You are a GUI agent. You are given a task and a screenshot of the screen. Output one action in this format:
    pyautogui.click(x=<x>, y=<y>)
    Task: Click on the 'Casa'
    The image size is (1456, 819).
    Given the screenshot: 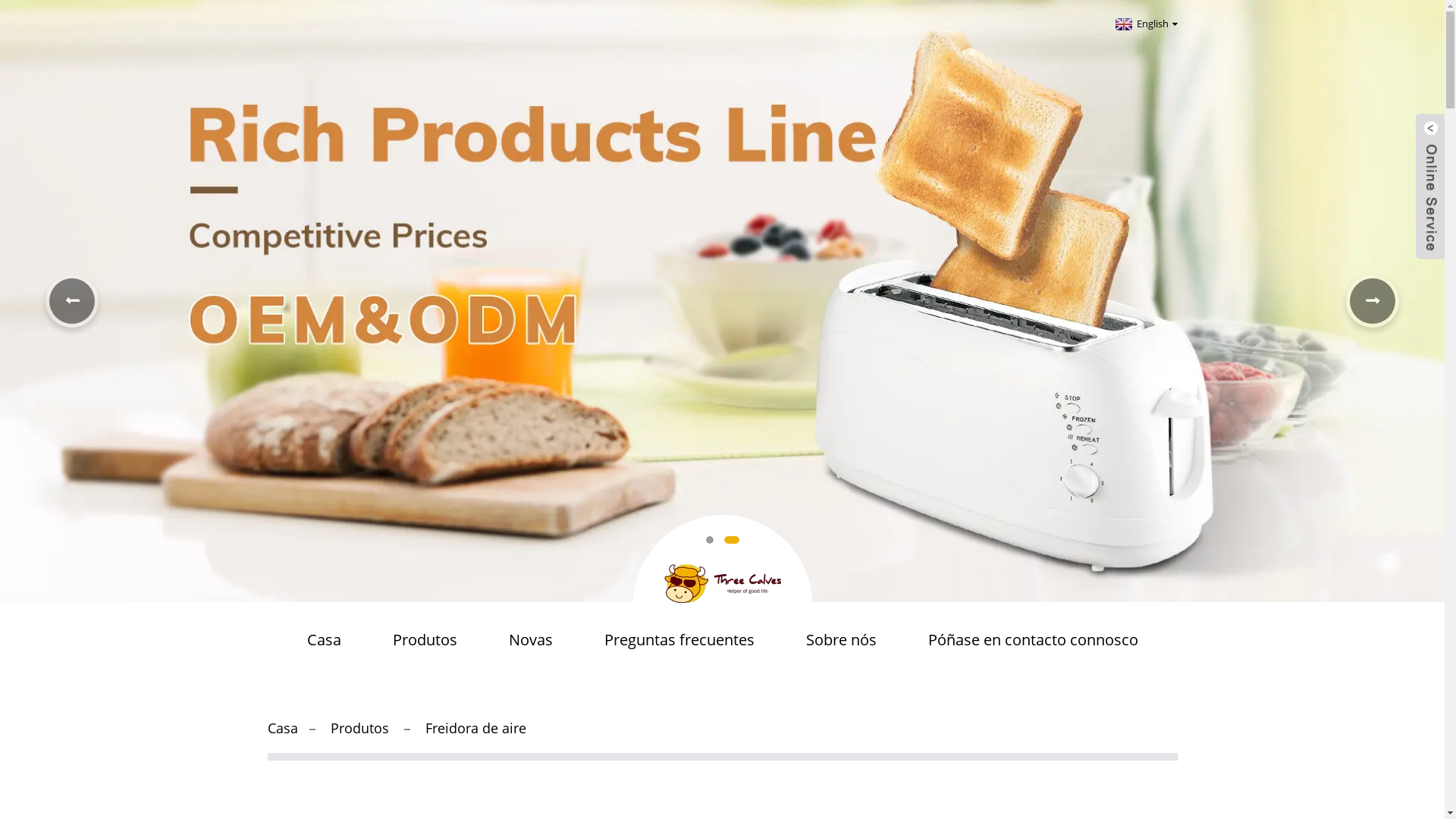 What is the action you would take?
    pyautogui.click(x=281, y=727)
    